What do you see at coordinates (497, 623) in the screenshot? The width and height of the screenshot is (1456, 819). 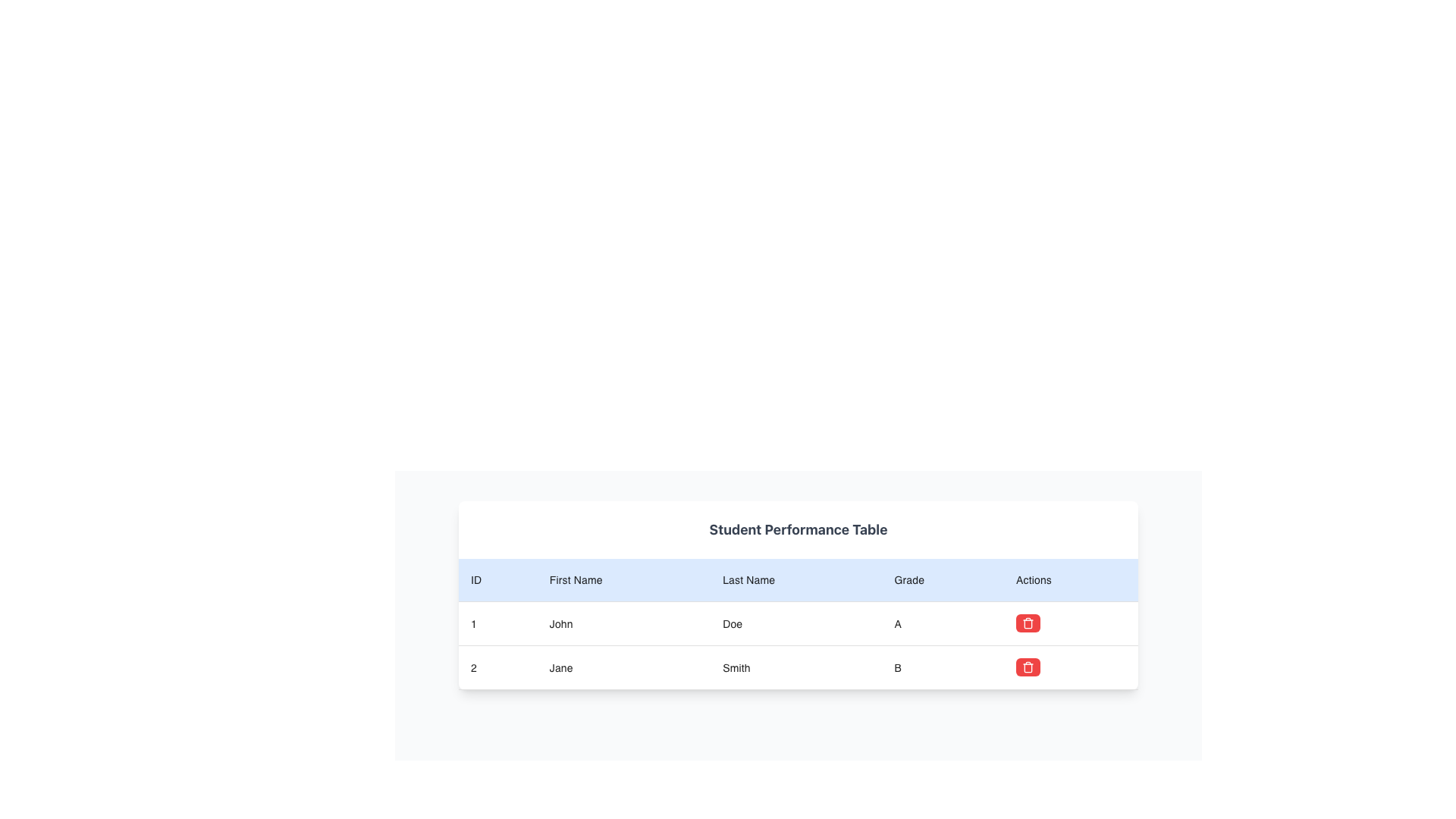 I see `value of the first table cell displaying the student ID for 'John Doe A' in the first data row of the table` at bounding box center [497, 623].